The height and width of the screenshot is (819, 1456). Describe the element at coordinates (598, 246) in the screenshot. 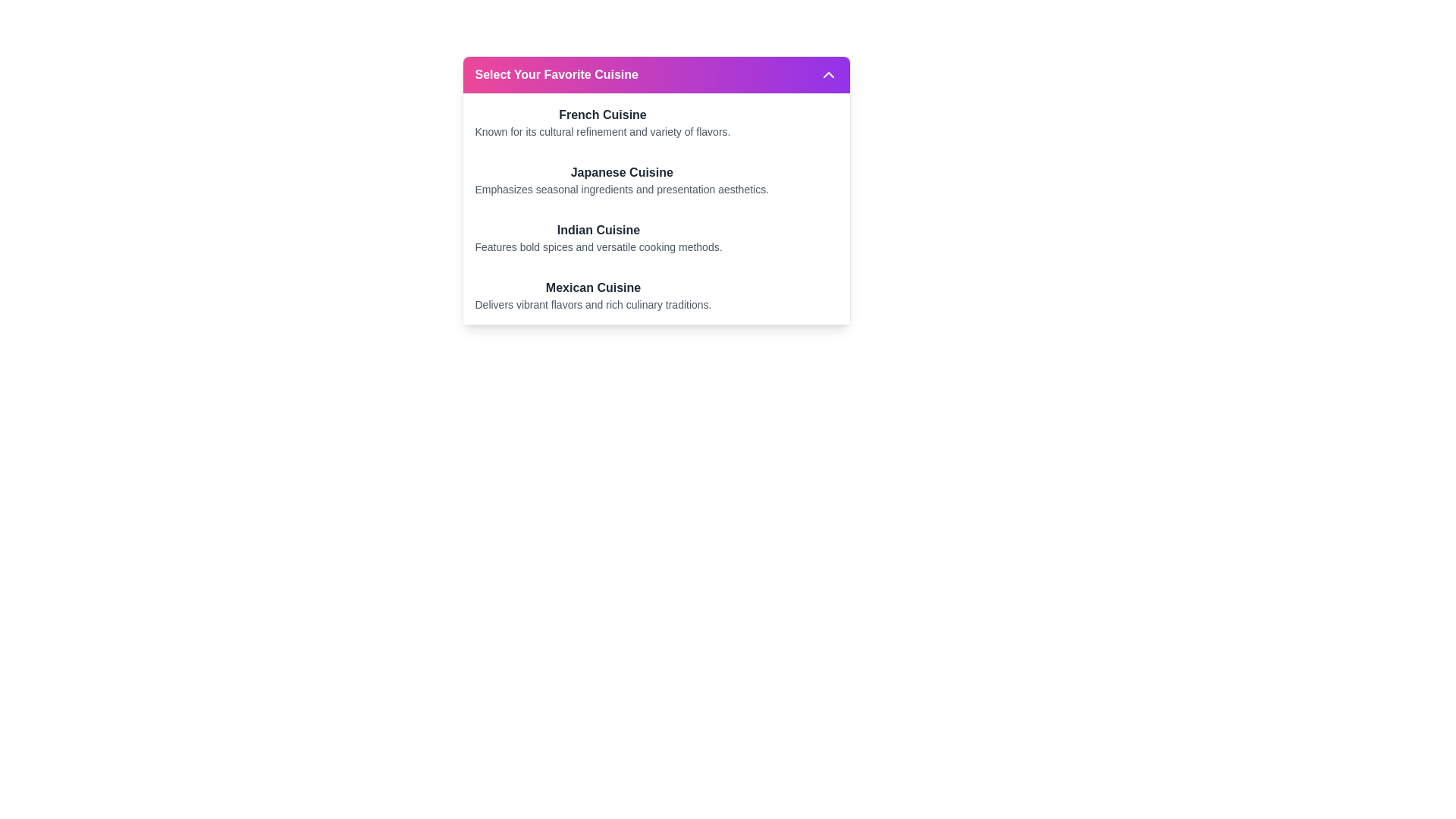

I see `the text element that says 'Features bold spices and versatile cooking methods.', which is styled with a smaller font and gray color, located directly below the title 'Indian Cuisine'` at that location.